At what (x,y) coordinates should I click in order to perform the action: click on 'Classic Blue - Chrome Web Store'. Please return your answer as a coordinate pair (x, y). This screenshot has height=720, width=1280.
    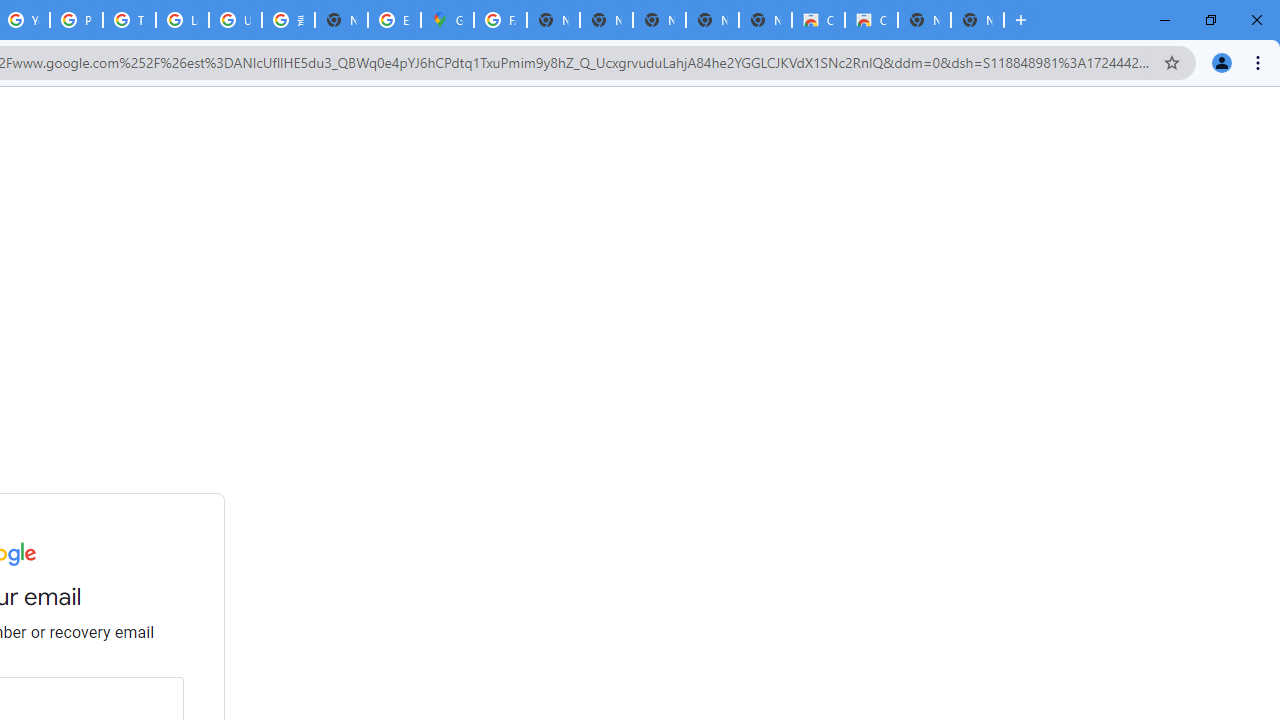
    Looking at the image, I should click on (871, 20).